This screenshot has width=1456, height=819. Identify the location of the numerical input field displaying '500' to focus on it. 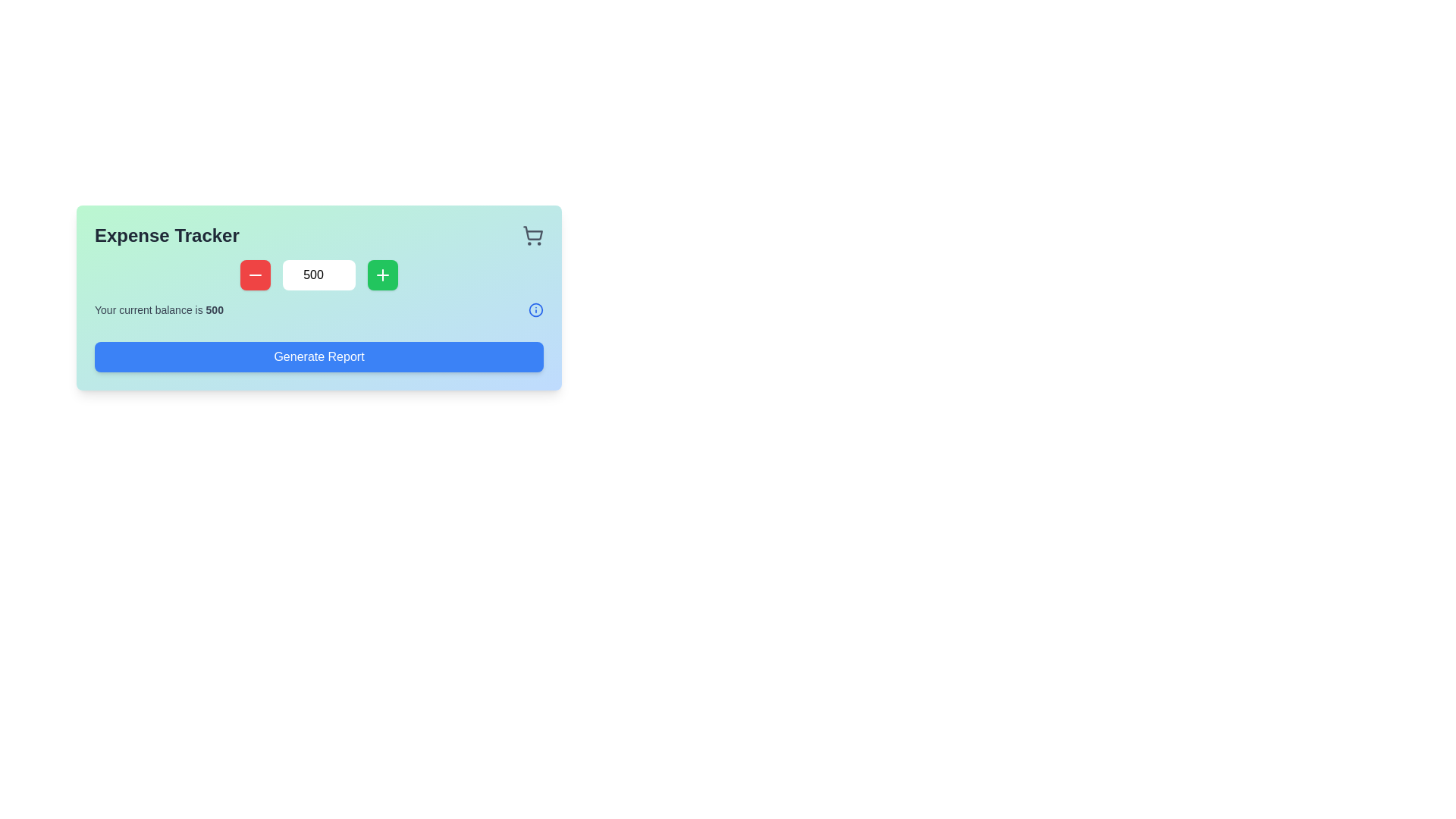
(318, 275).